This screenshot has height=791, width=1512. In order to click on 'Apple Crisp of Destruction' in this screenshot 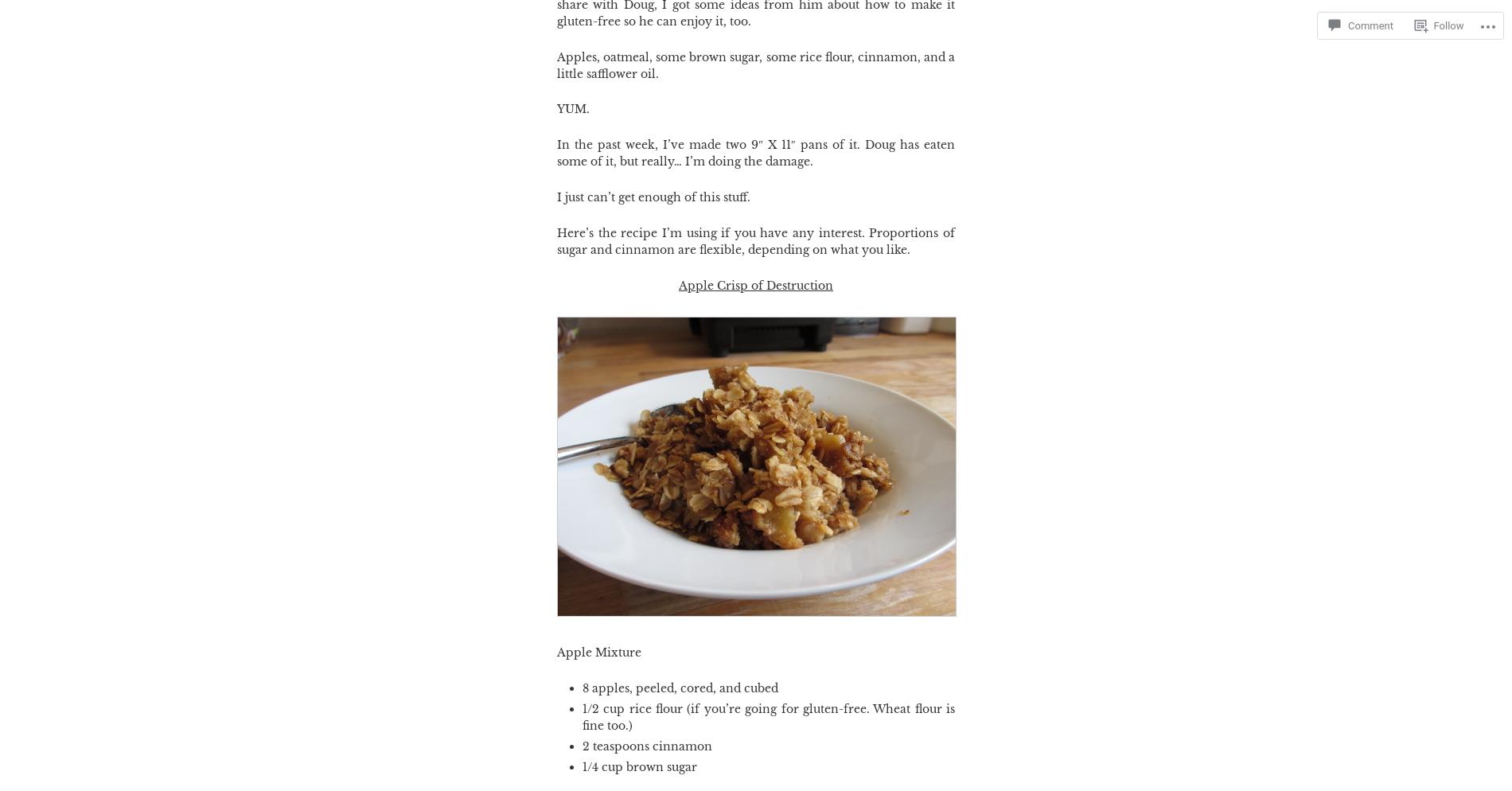, I will do `click(756, 285)`.